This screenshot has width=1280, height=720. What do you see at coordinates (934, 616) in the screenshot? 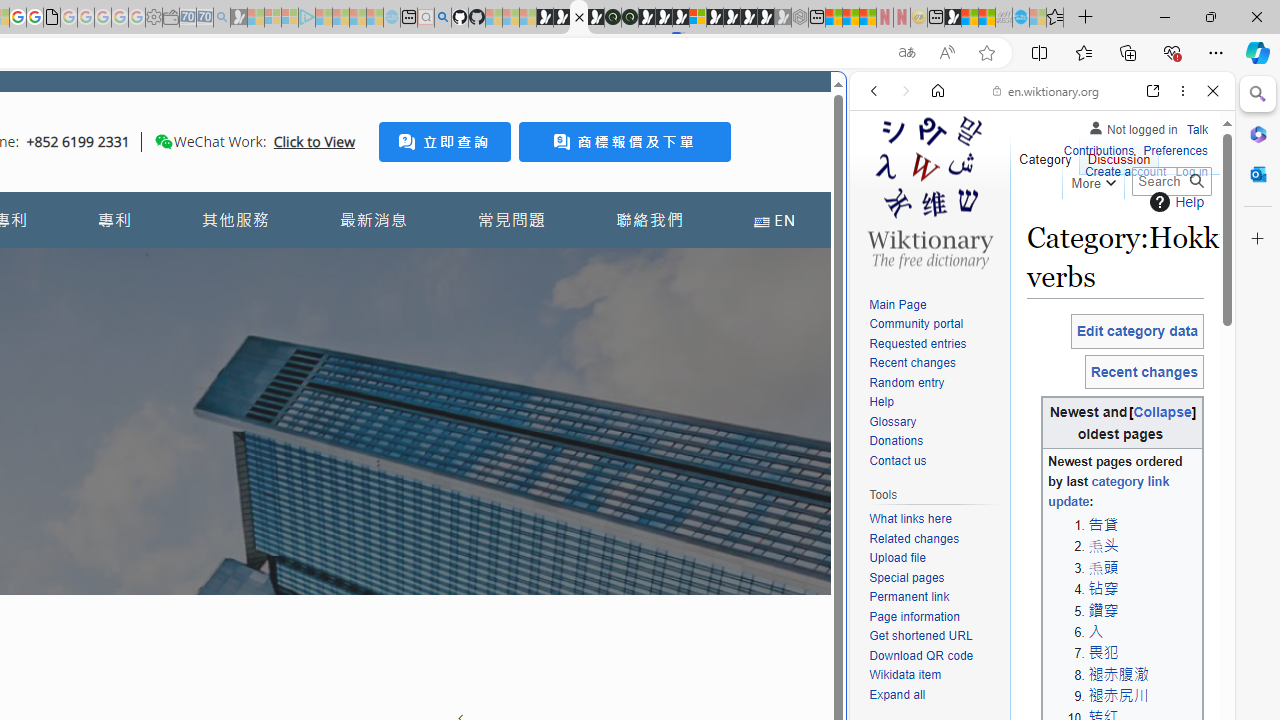
I see `'Page information'` at bounding box center [934, 616].